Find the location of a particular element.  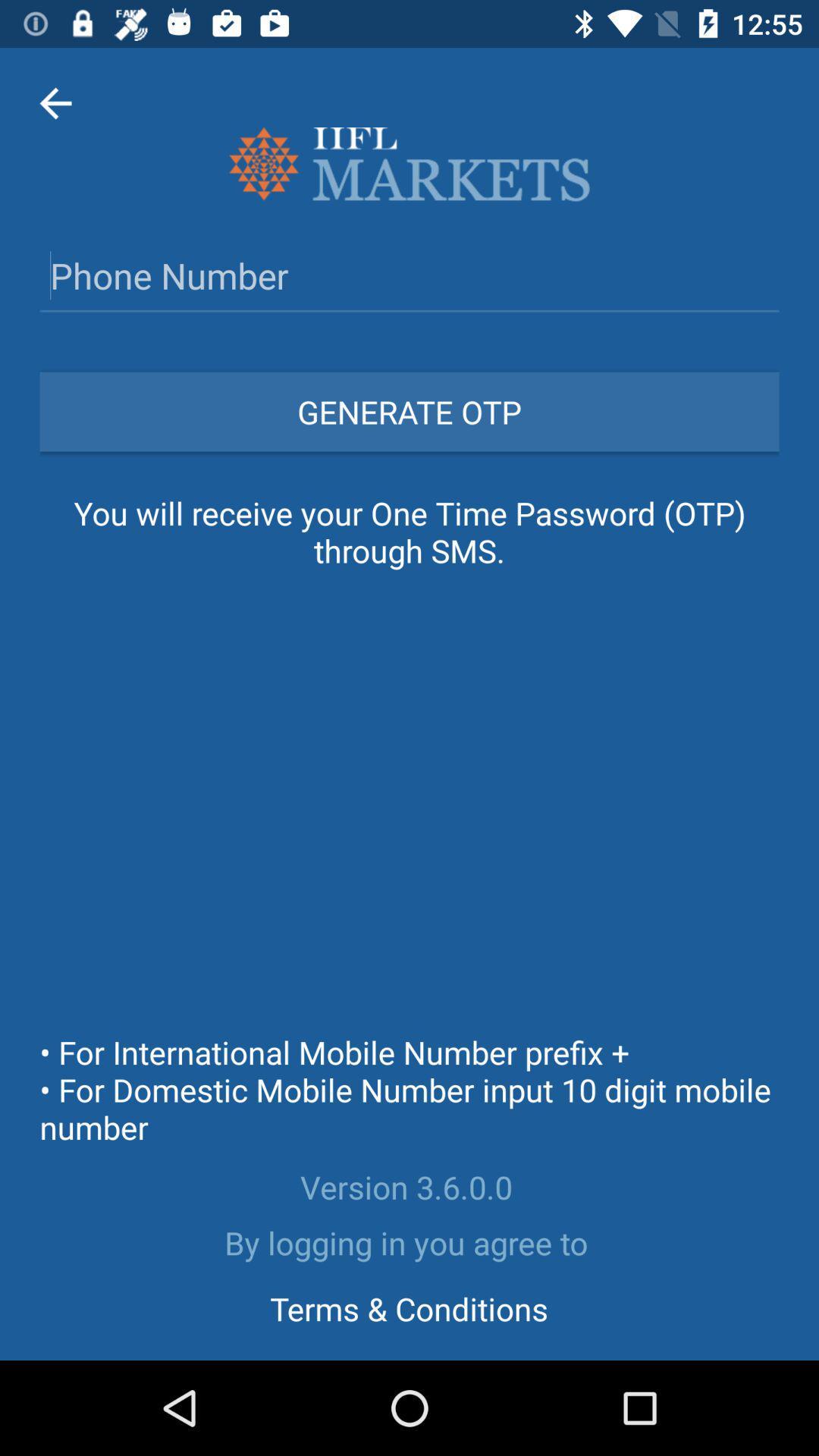

the generate otp icon is located at coordinates (409, 411).